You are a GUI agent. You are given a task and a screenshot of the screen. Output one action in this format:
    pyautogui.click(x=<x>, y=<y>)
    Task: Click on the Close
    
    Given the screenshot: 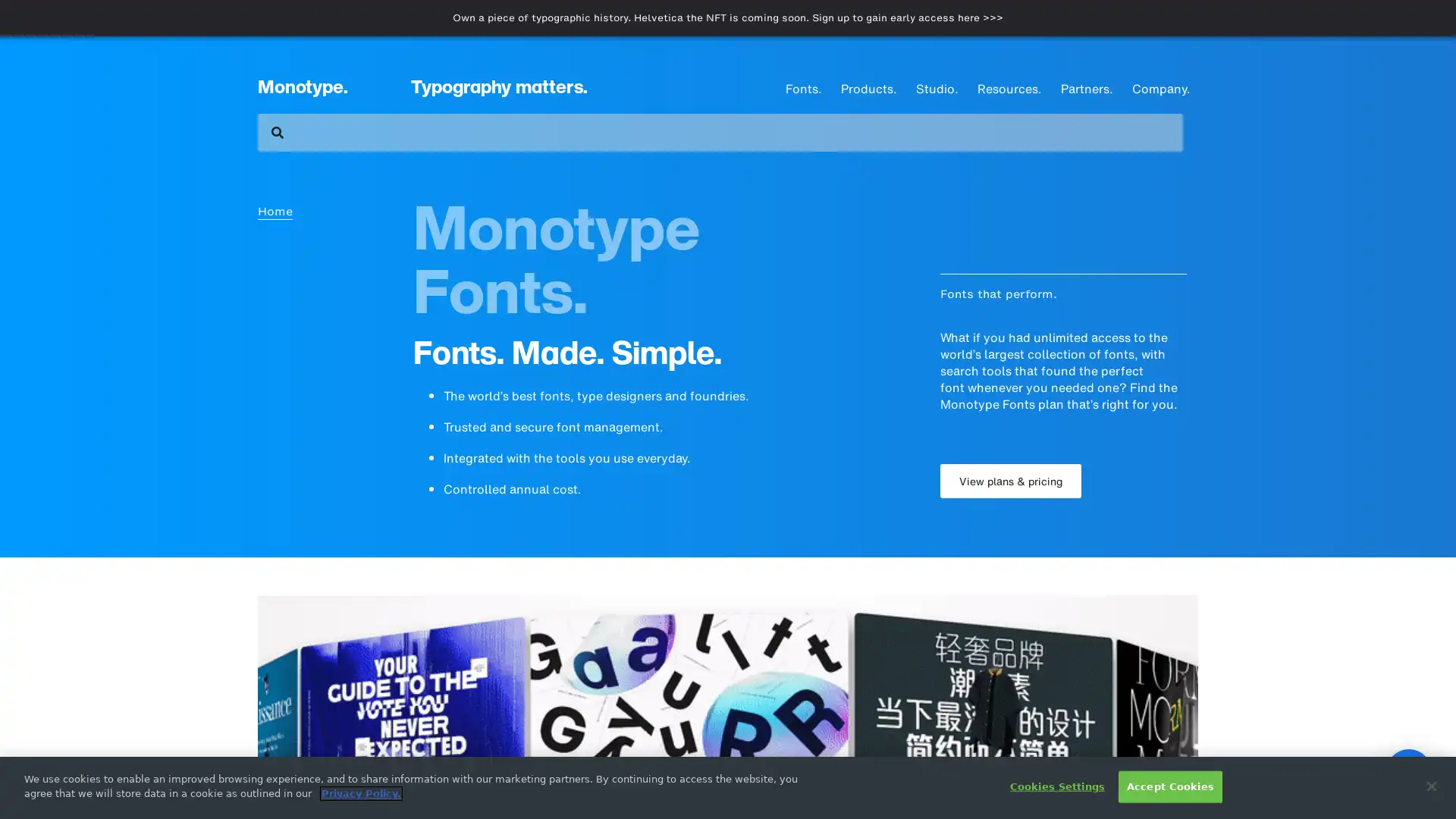 What is the action you would take?
    pyautogui.click(x=1430, y=785)
    